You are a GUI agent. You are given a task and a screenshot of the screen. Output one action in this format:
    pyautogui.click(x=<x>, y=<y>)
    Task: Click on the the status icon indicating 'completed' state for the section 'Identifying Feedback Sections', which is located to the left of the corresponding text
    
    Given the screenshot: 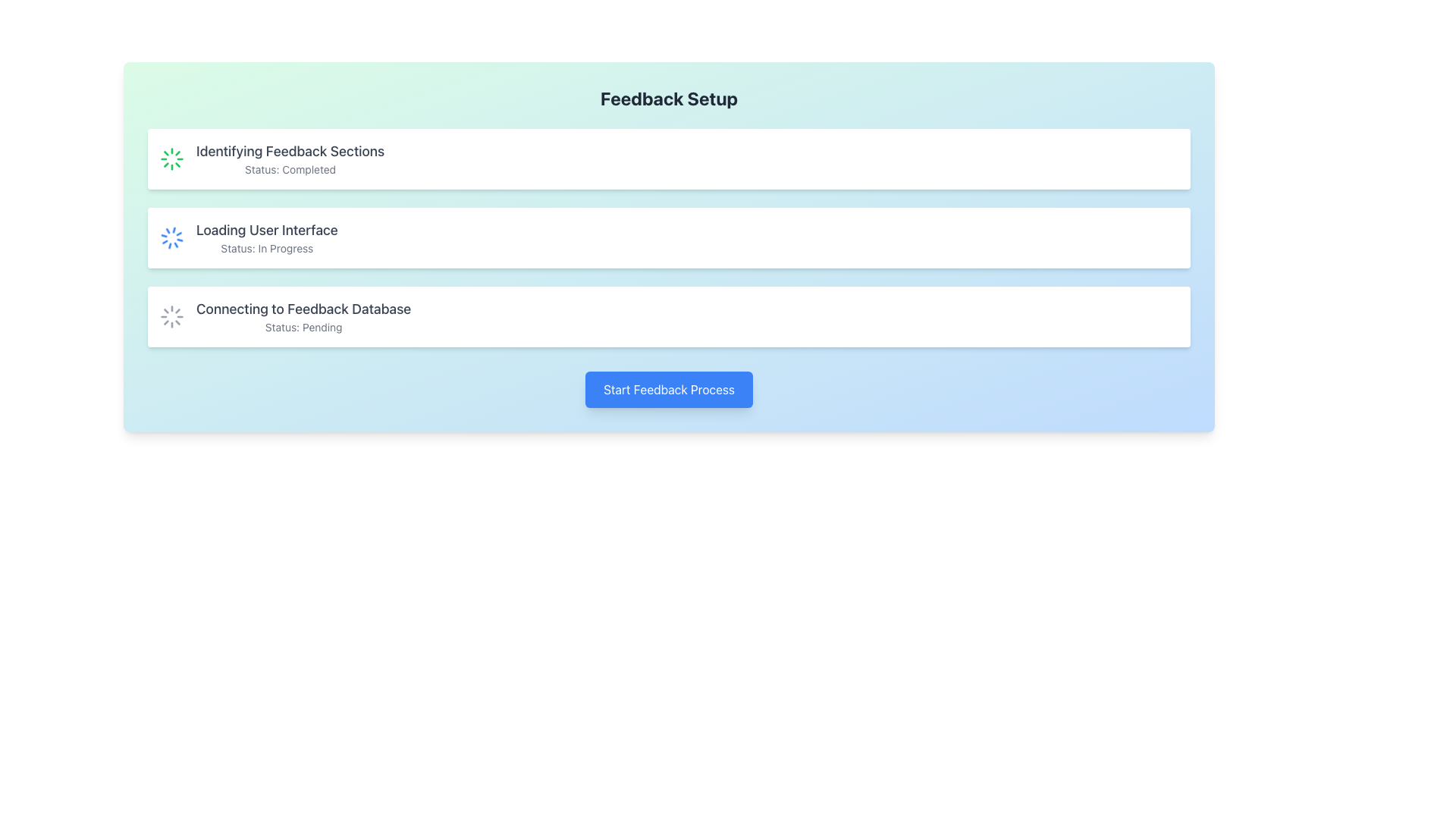 What is the action you would take?
    pyautogui.click(x=171, y=158)
    